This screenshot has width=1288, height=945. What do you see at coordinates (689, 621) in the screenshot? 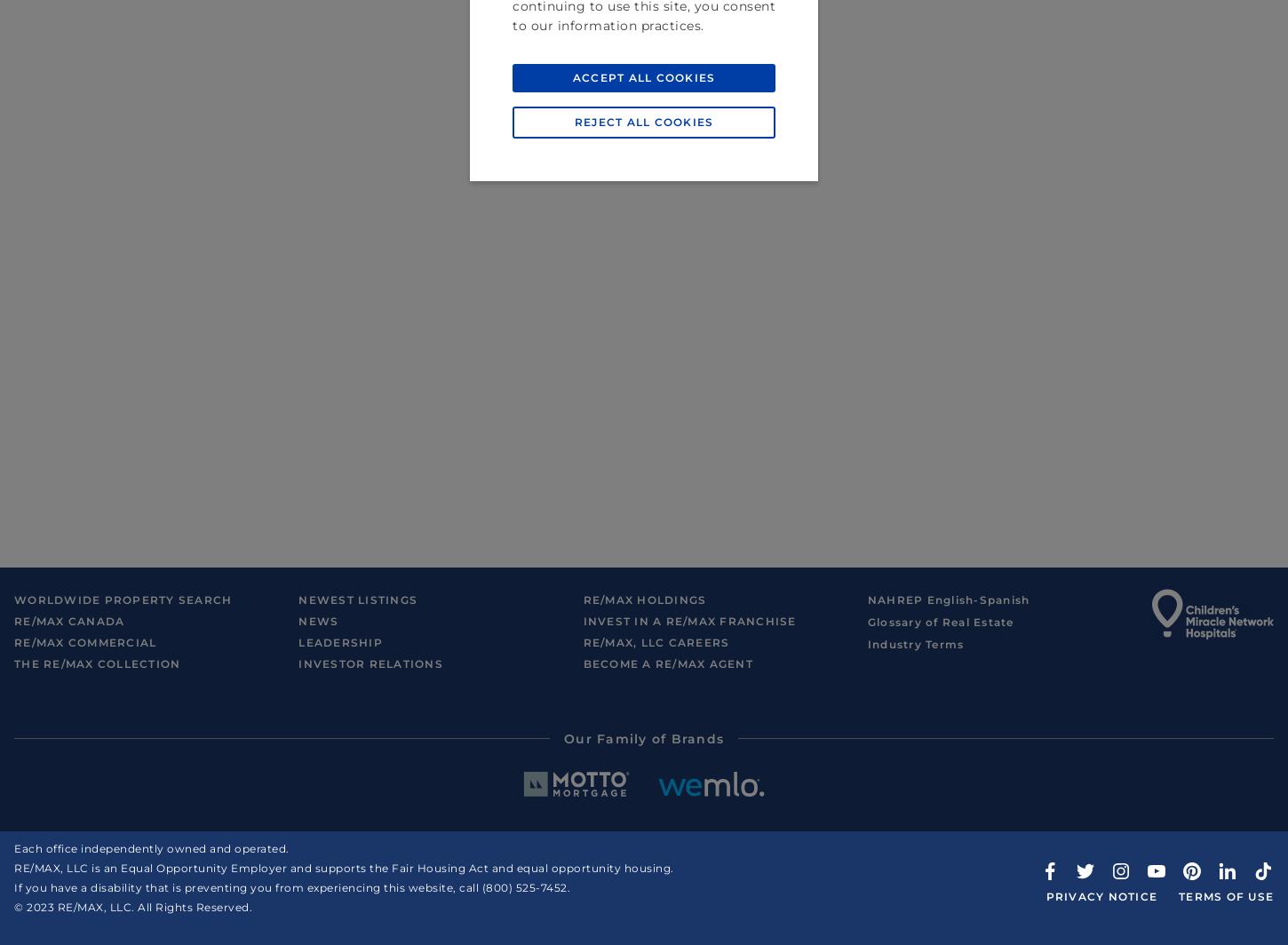
I see `'Invest in a RE/MAX Franchise'` at bounding box center [689, 621].